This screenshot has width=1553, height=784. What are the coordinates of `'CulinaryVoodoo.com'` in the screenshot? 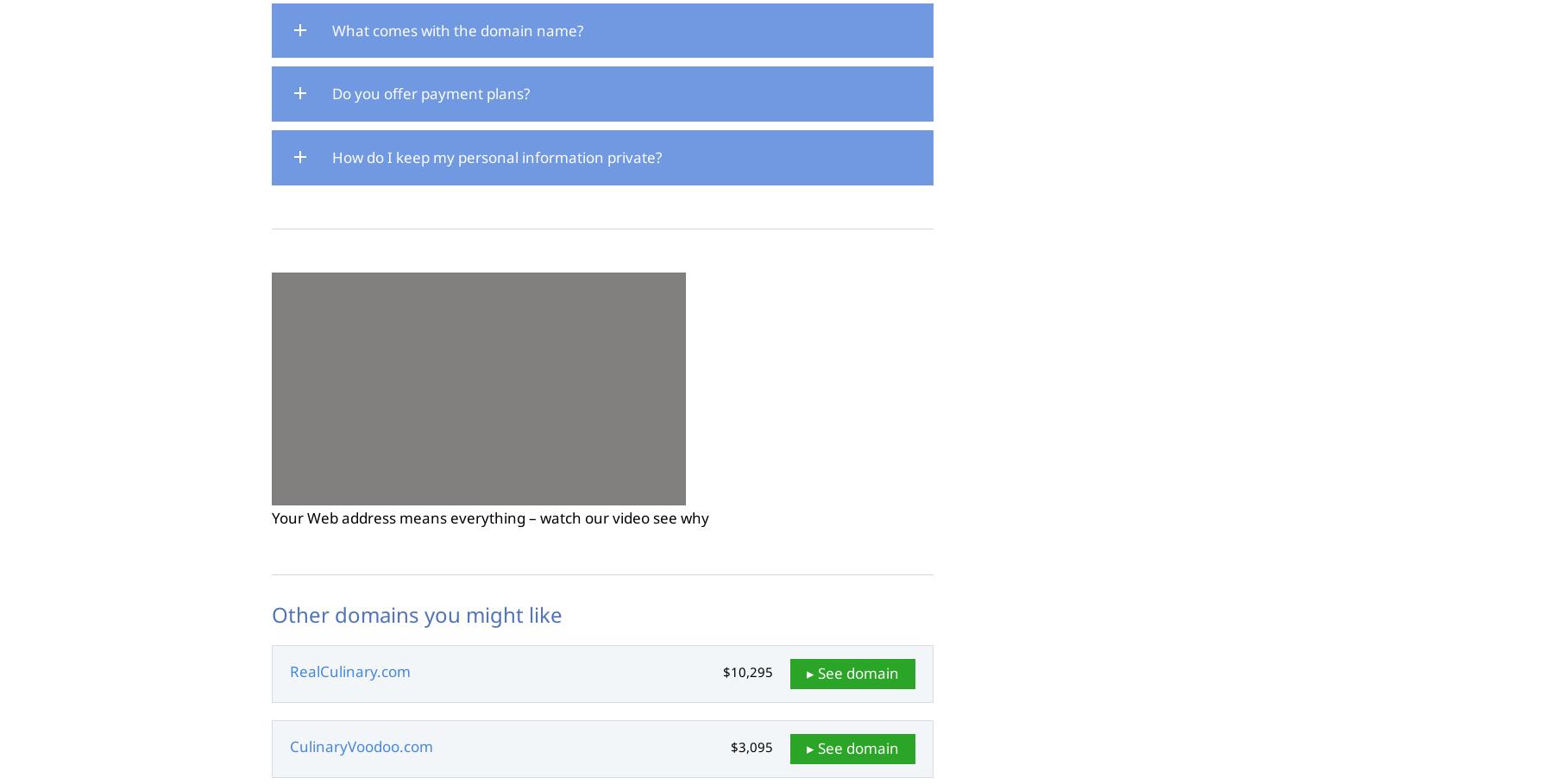 It's located at (362, 744).